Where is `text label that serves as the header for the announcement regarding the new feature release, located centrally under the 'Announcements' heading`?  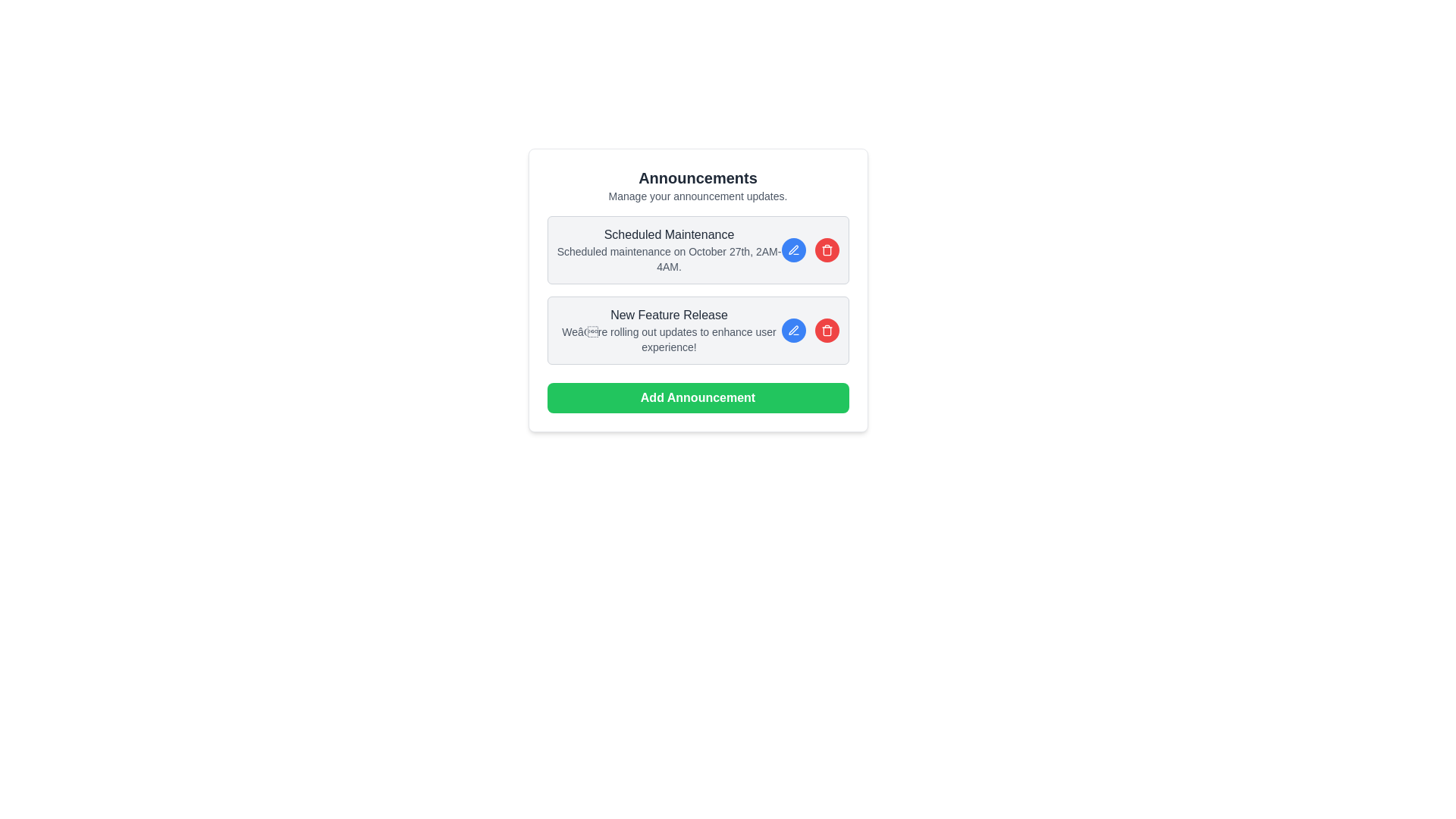 text label that serves as the header for the announcement regarding the new feature release, located centrally under the 'Announcements' heading is located at coordinates (668, 315).